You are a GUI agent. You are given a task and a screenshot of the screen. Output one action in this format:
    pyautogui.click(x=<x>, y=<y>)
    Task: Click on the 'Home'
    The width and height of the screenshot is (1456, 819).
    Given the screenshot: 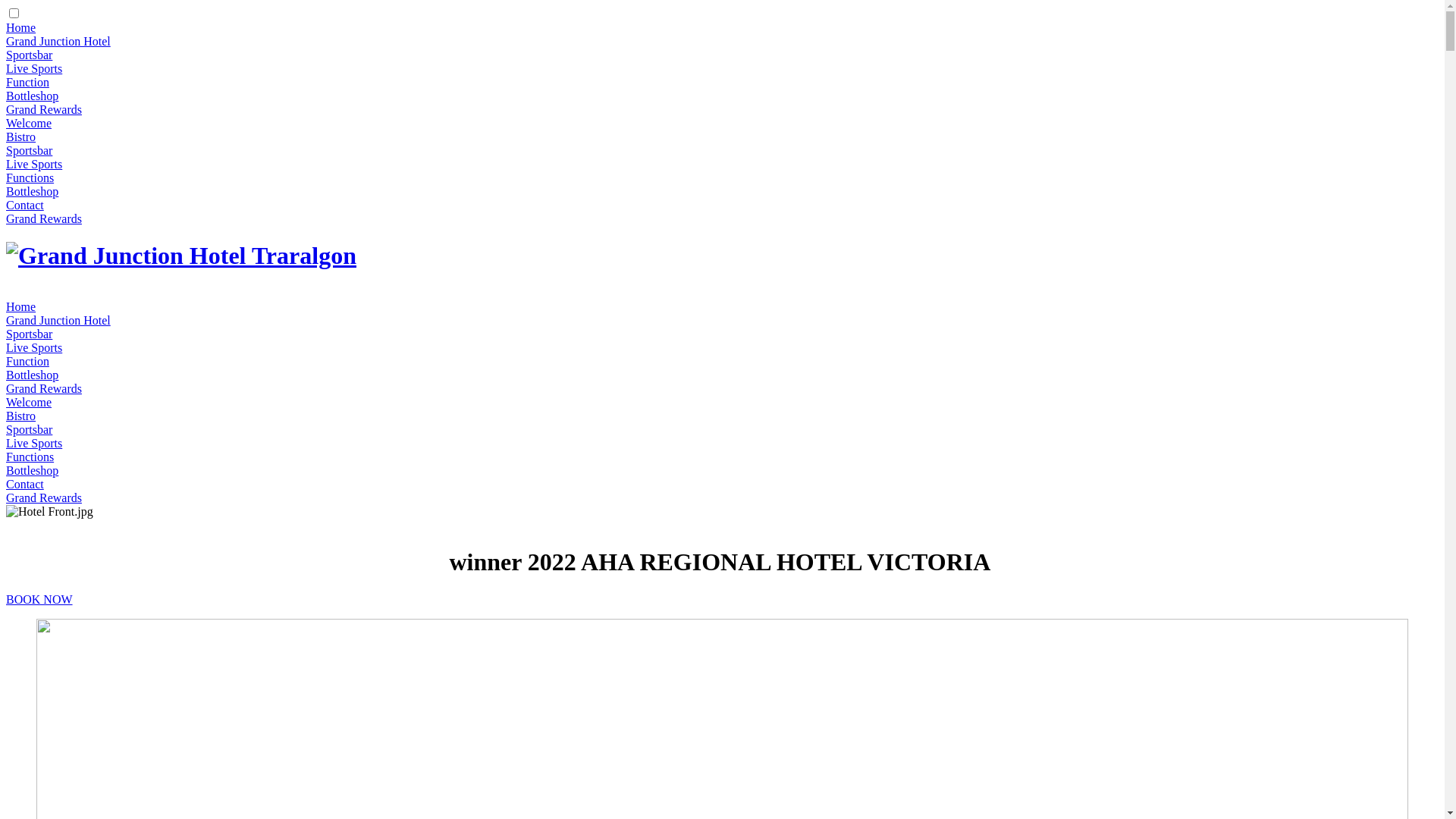 What is the action you would take?
    pyautogui.click(x=20, y=27)
    